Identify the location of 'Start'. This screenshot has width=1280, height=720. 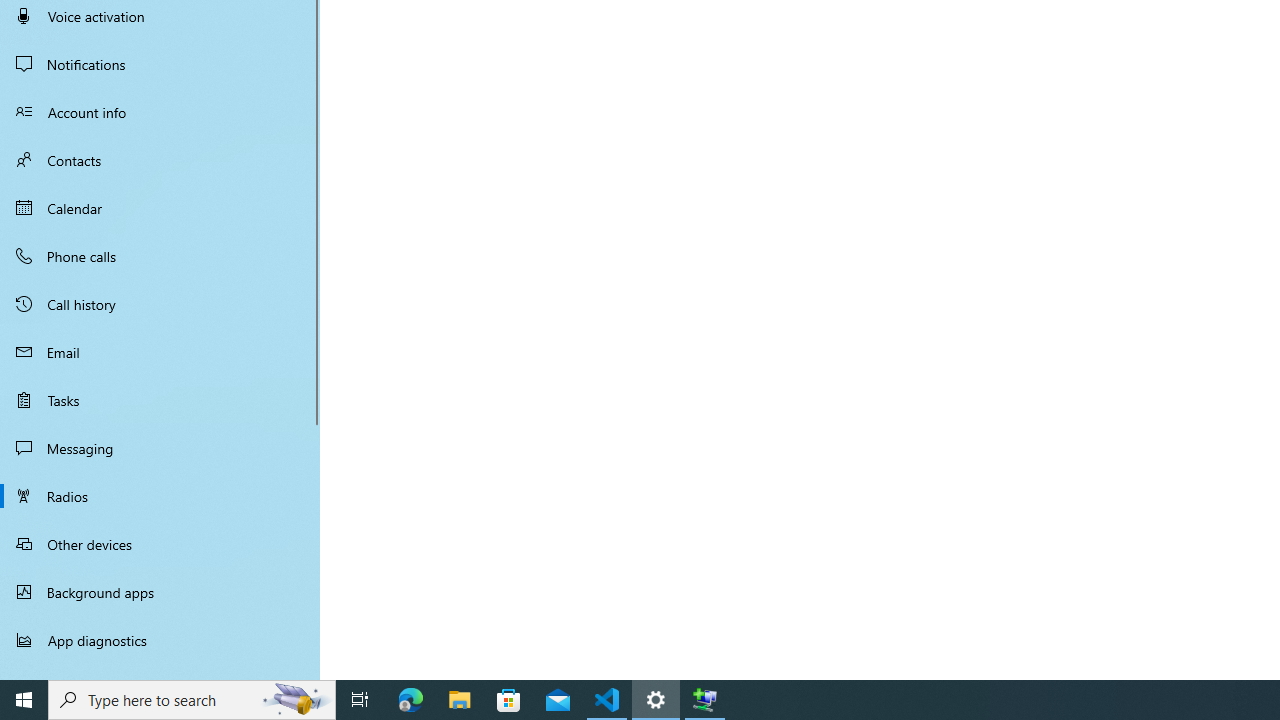
(24, 698).